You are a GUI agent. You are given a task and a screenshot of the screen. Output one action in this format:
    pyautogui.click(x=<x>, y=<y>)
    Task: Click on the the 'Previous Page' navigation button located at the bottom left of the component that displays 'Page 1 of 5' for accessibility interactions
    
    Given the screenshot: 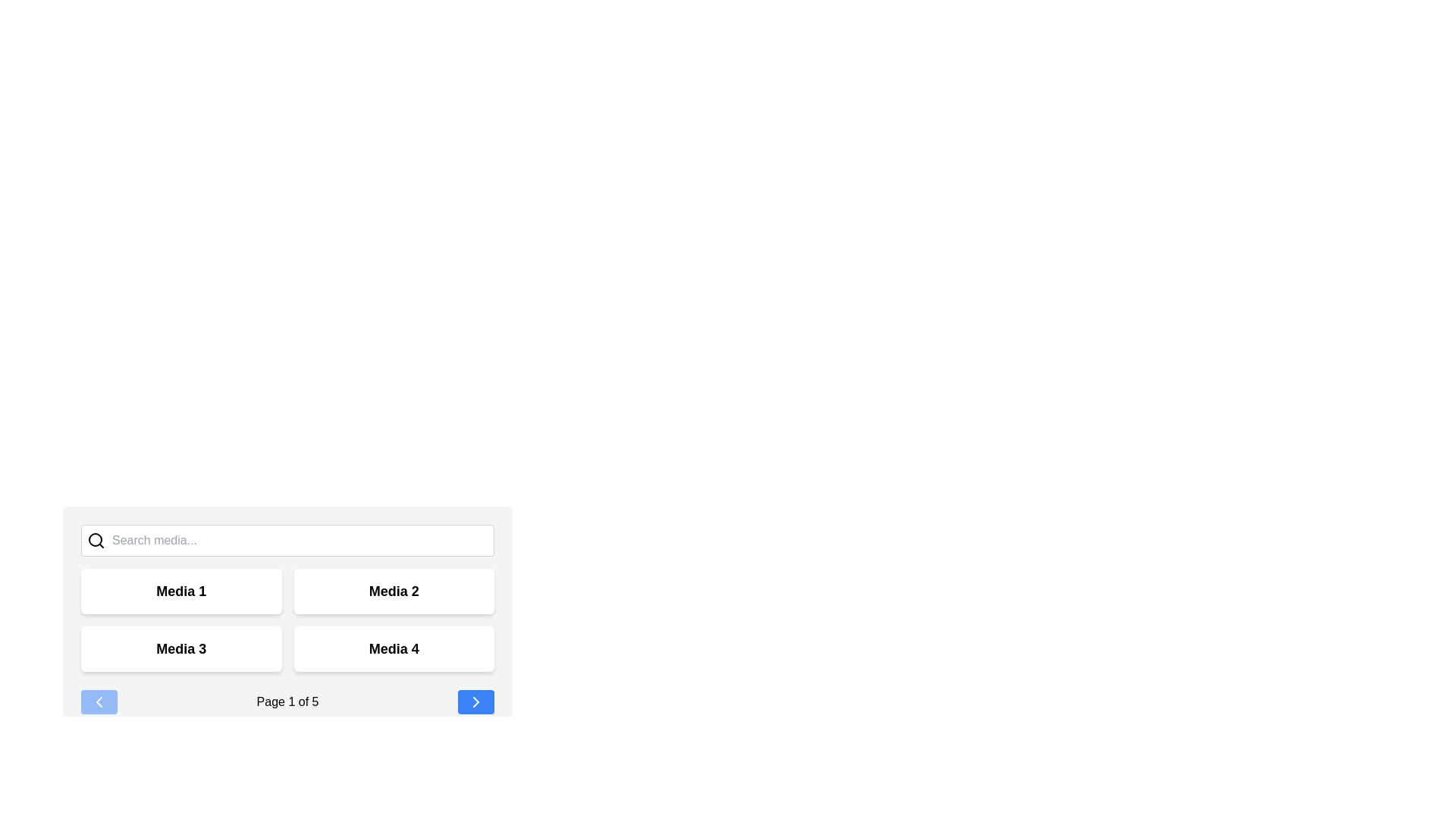 What is the action you would take?
    pyautogui.click(x=98, y=701)
    